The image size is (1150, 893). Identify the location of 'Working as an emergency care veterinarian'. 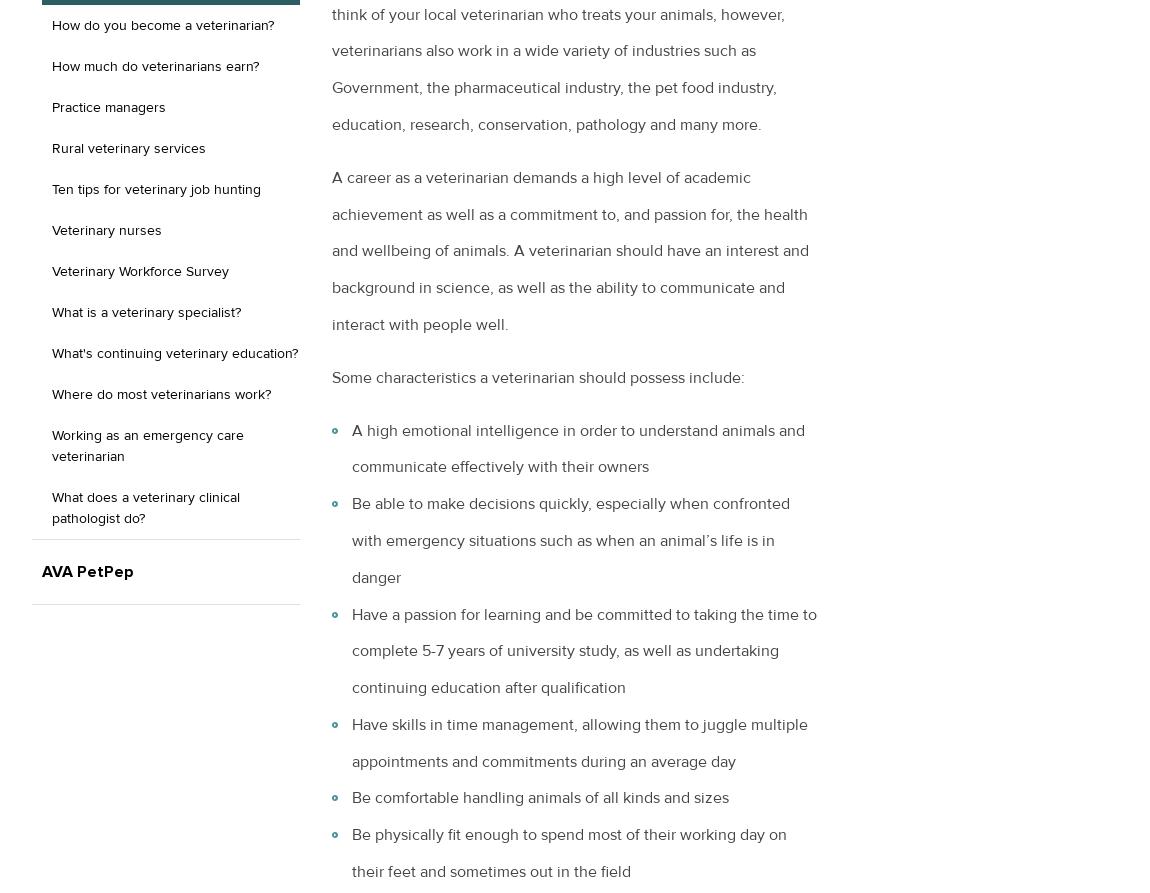
(50, 445).